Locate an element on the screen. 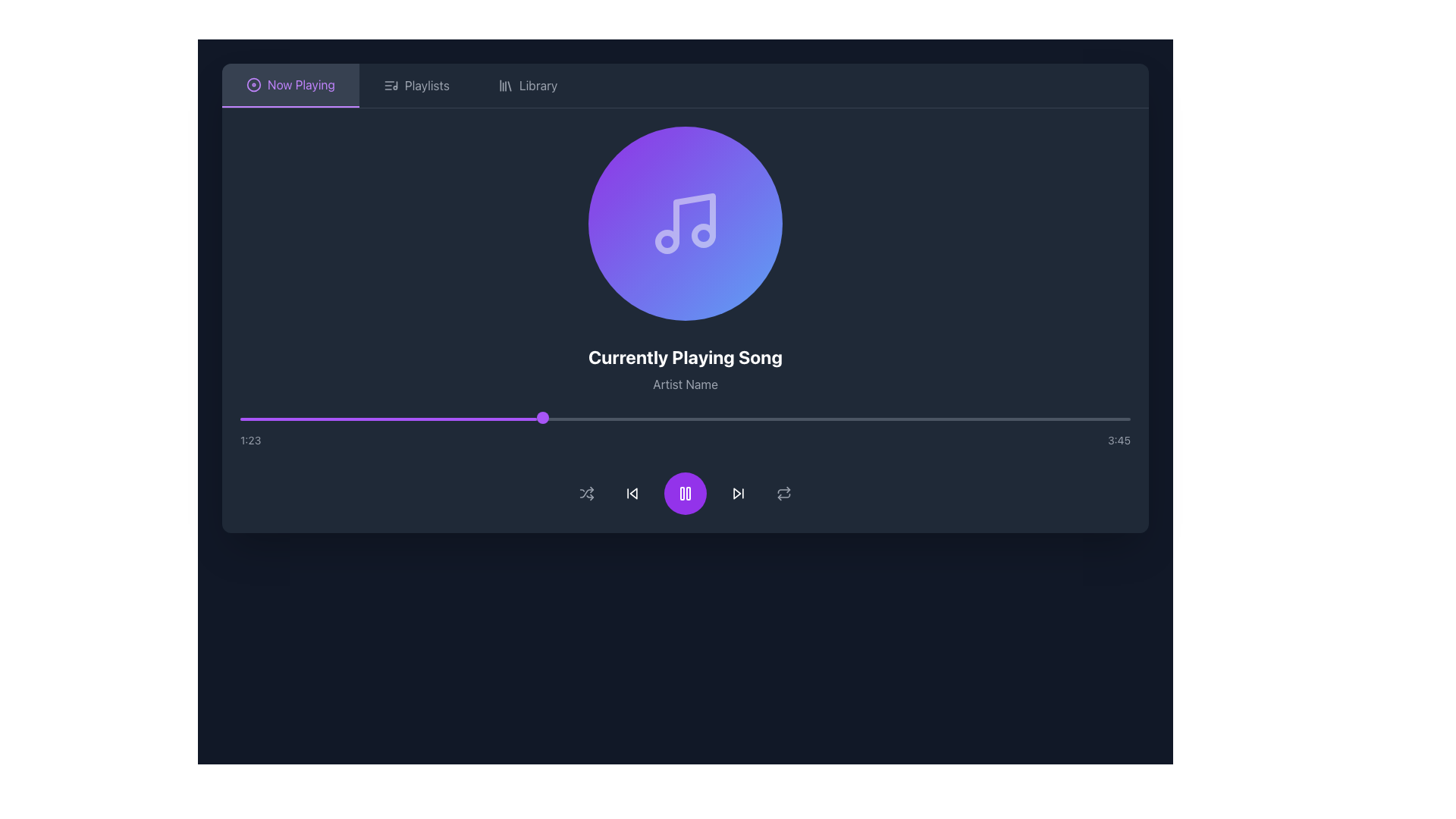 The width and height of the screenshot is (1456, 819). the progress bar with a draggable knob is located at coordinates (684, 419).